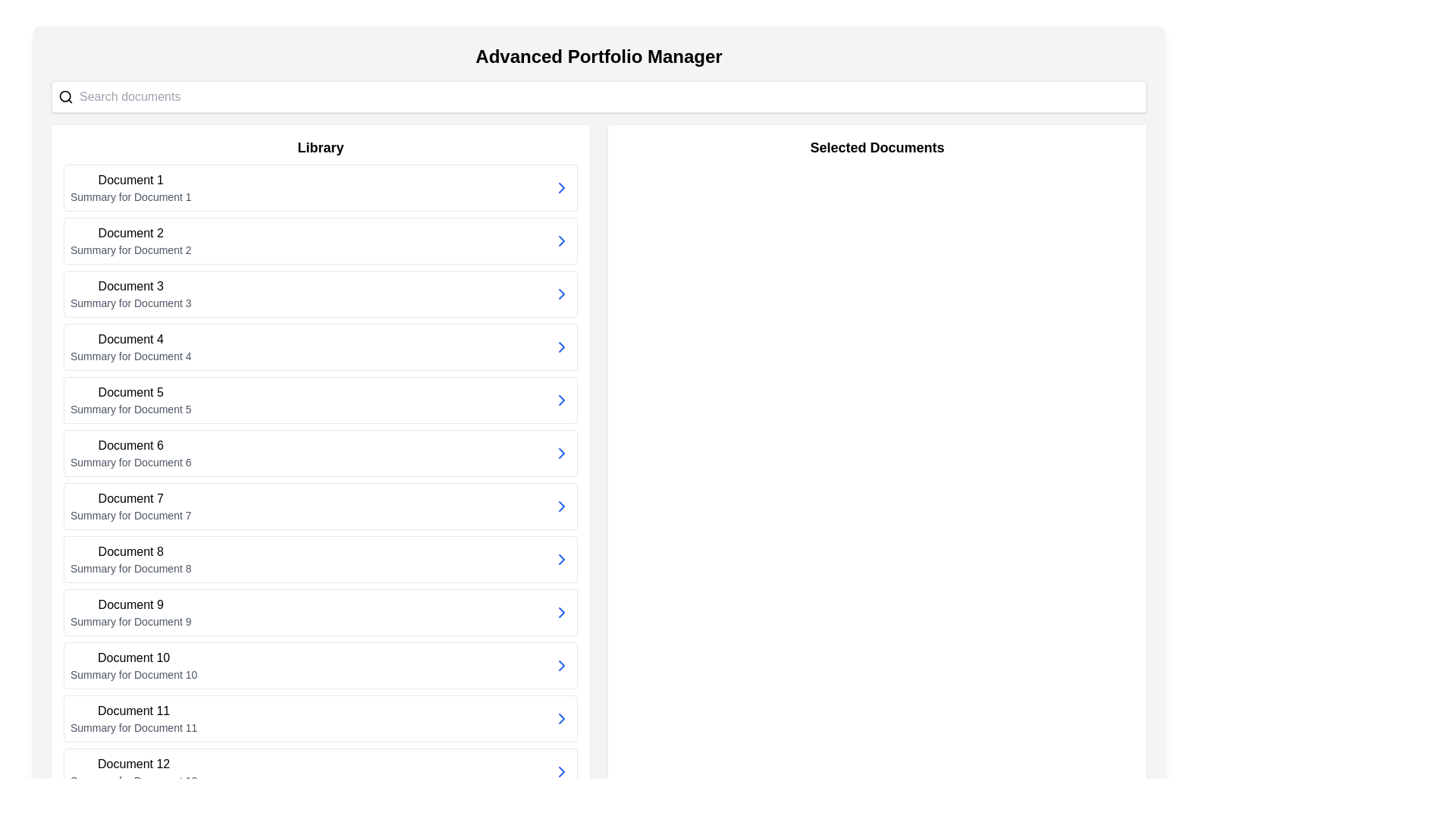 The height and width of the screenshot is (819, 1456). I want to click on the text display for 'Document 8', which is the eighth list item in the Library section, so click(130, 559).